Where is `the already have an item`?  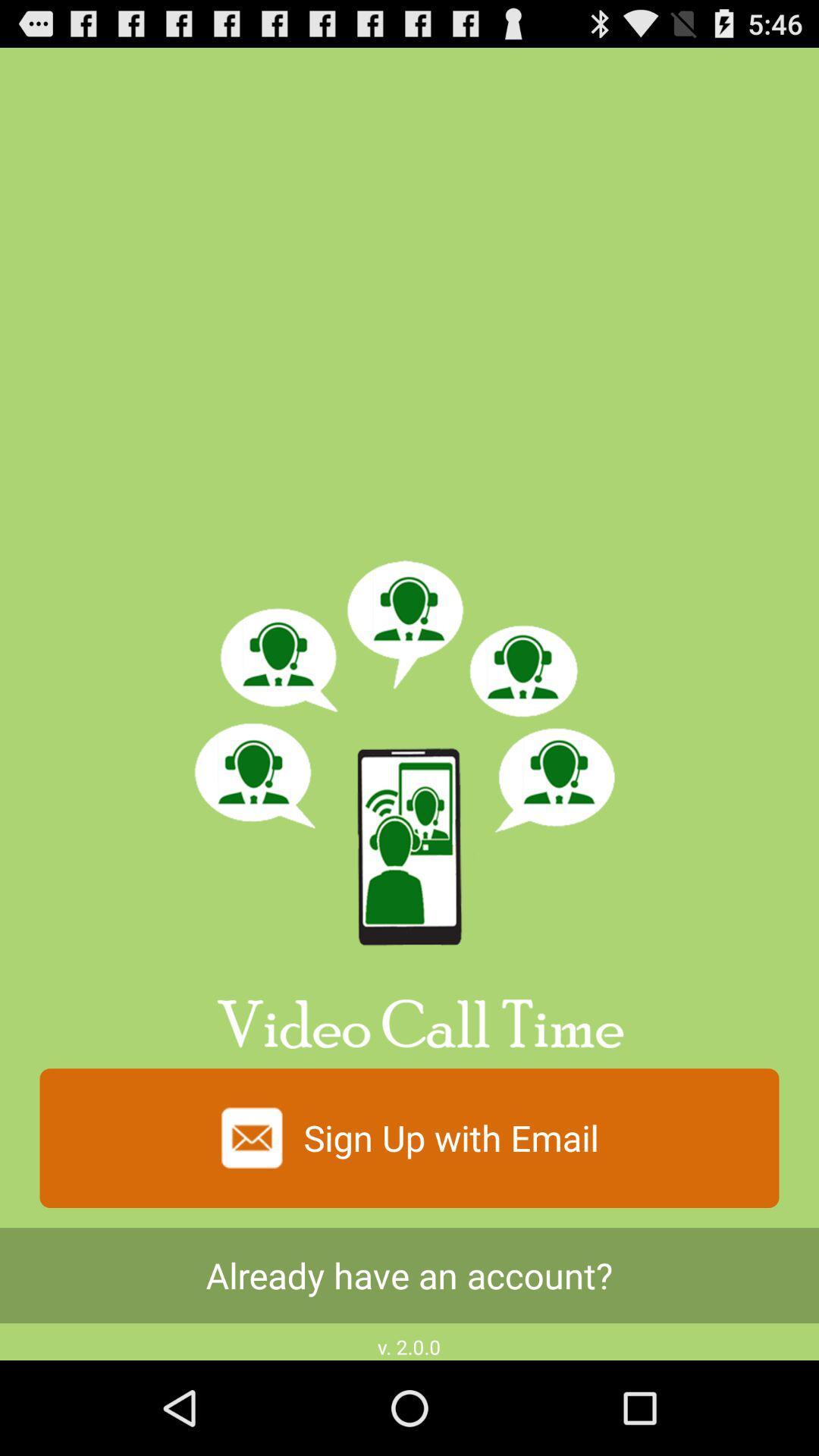
the already have an item is located at coordinates (409, 1275).